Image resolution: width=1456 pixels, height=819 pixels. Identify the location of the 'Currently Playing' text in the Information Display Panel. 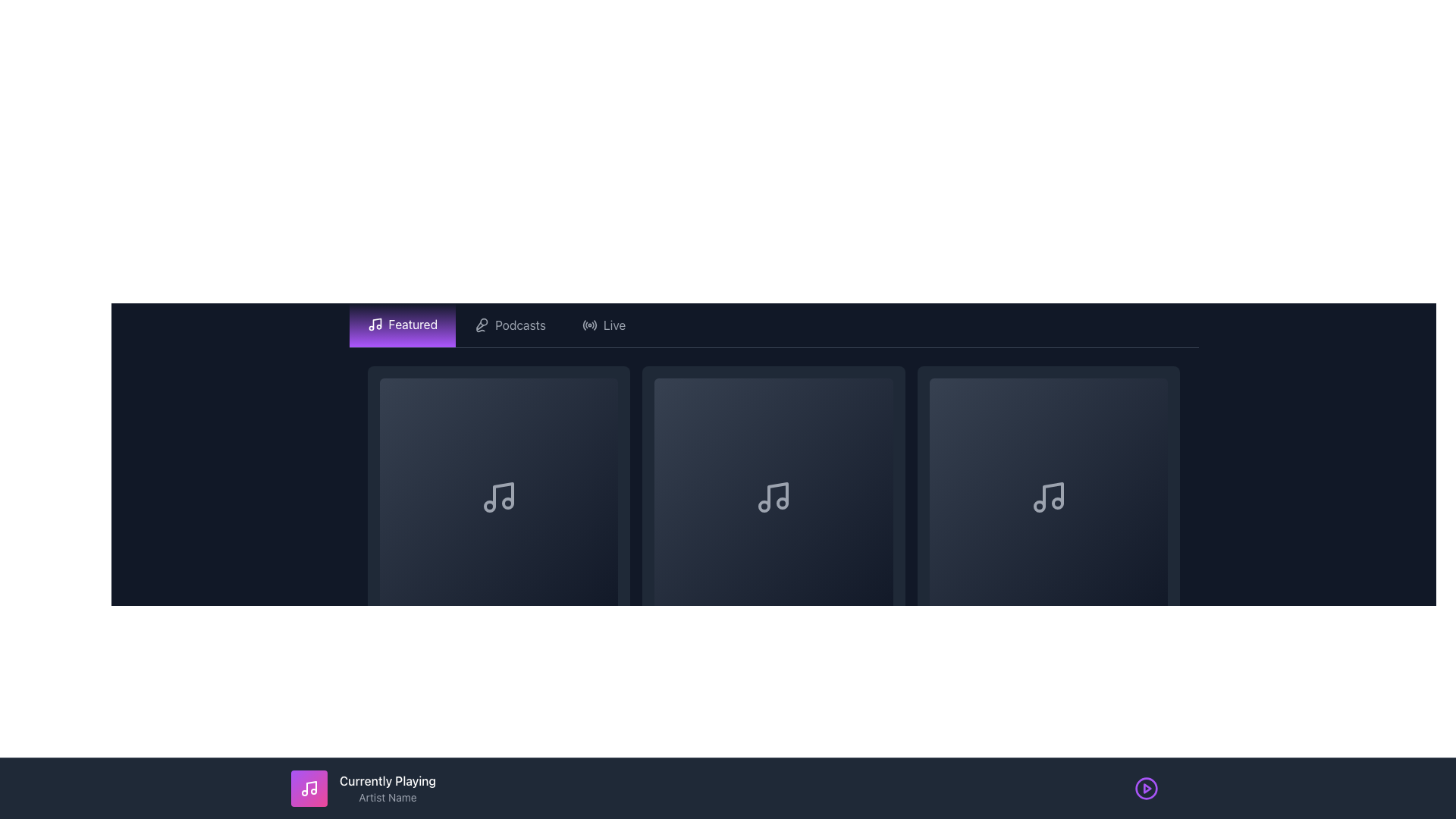
(362, 788).